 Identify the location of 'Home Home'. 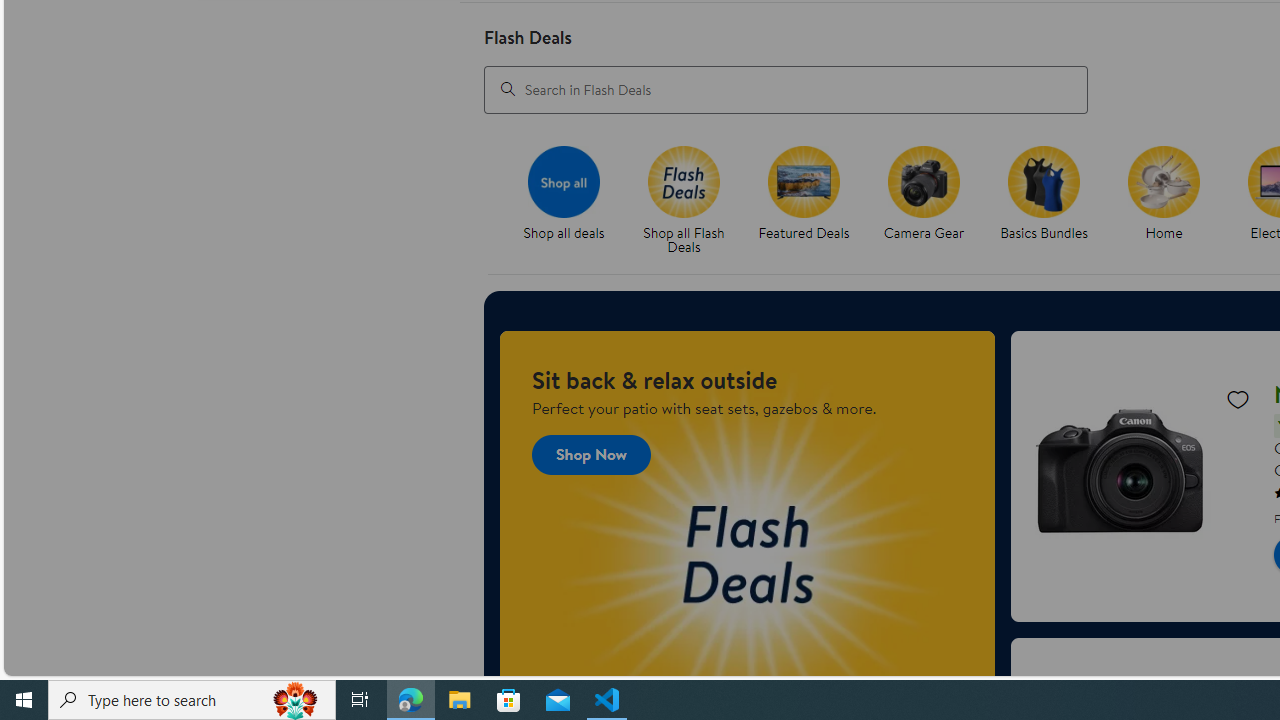
(1164, 194).